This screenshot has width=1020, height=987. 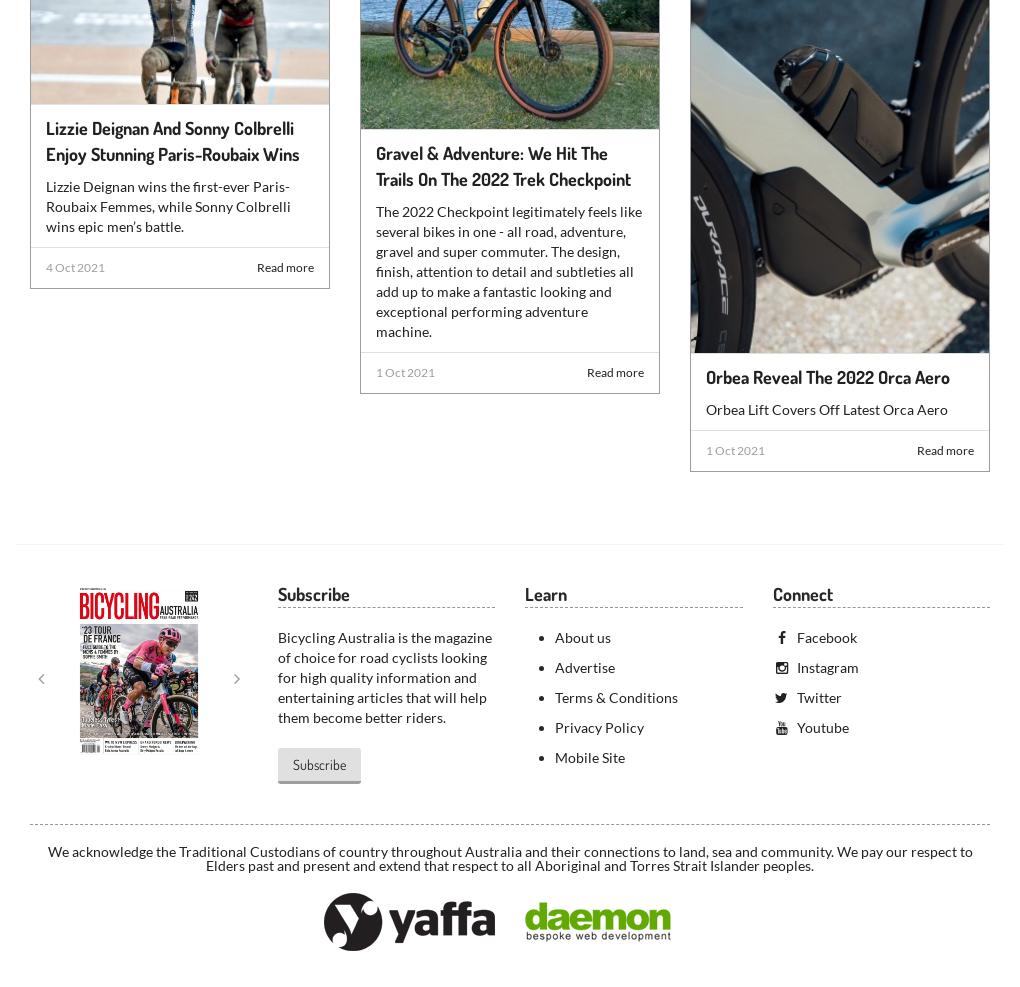 I want to click on 'The 2022 Checkpoint legitimately feels like several bikes in one - all road, adventure, gravel and super commuter. The design, finish, attention to detail and subtleties all add up to make a fantastic looking and exceptional performing adventure machine.', so click(x=508, y=271).